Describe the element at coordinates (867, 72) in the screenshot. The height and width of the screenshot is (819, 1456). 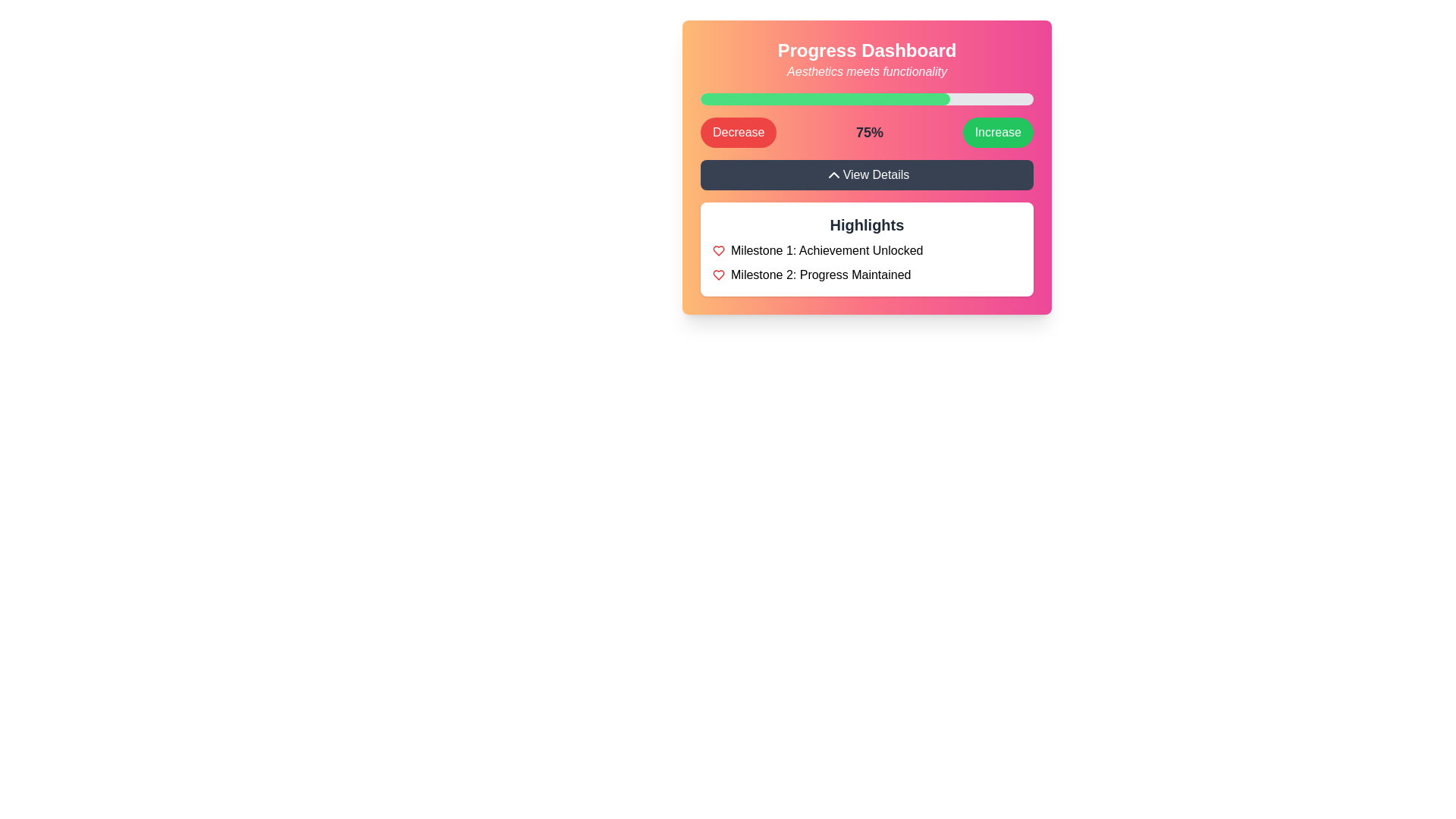
I see `the static text label located directly below the 'Progress Dashboard' text, which is horizontally centered within the header area of the card or panel` at that location.